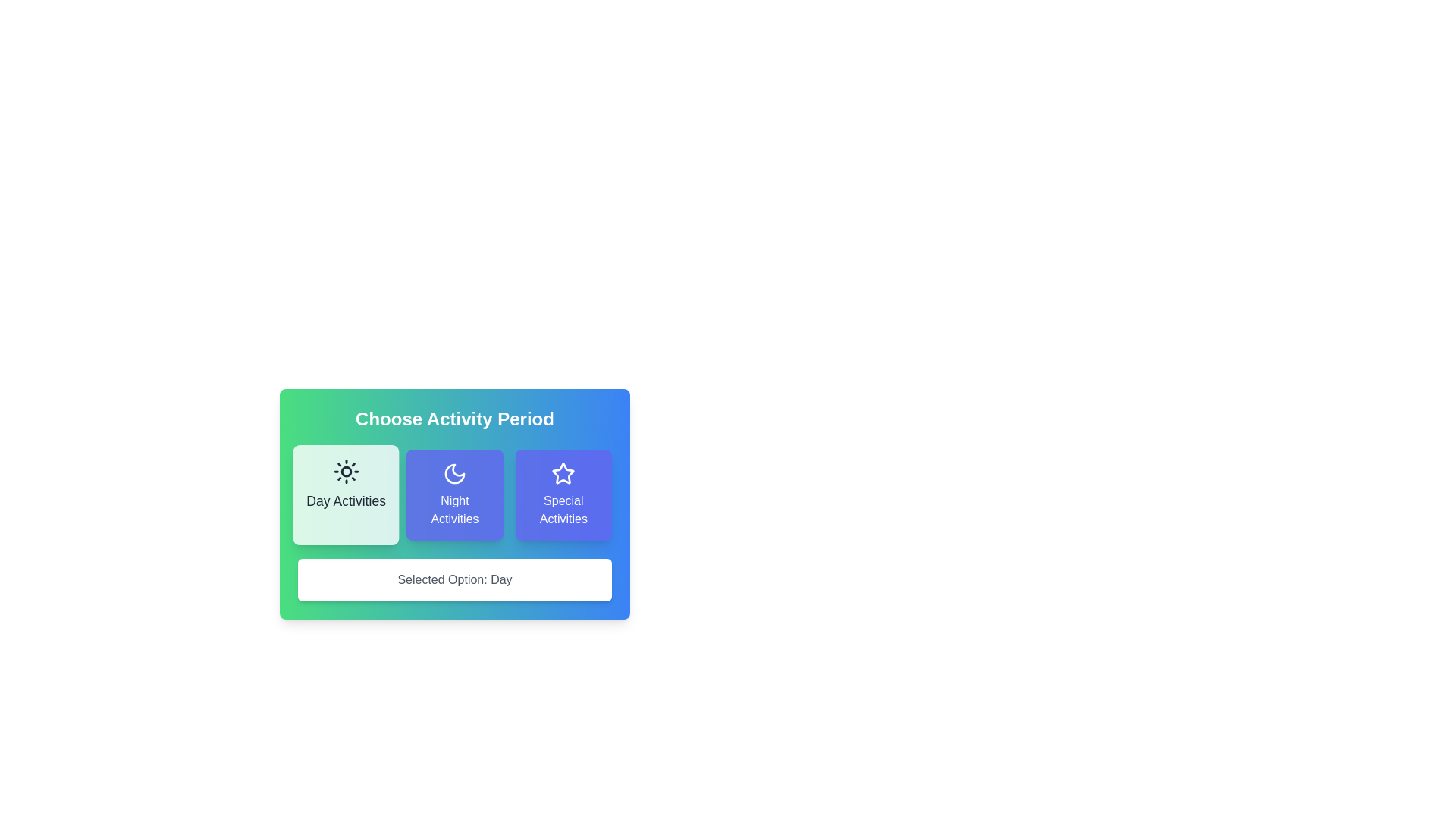 This screenshot has width=1456, height=819. Describe the element at coordinates (454, 494) in the screenshot. I see `the 'Night Activities' button, which is the second button in a group of three horizontally arranged buttons` at that location.